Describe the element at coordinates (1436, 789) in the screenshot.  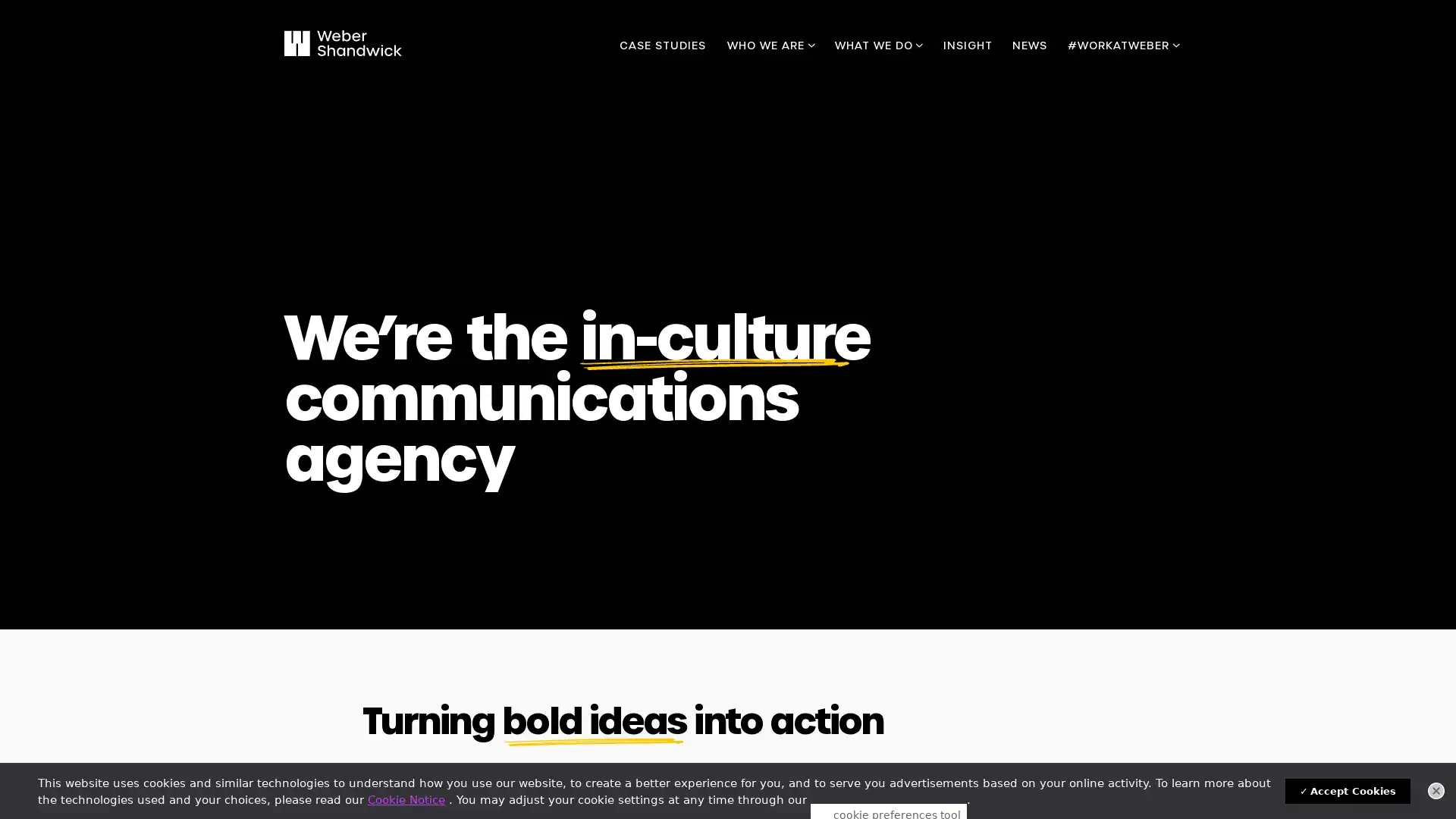
I see `Close` at that location.